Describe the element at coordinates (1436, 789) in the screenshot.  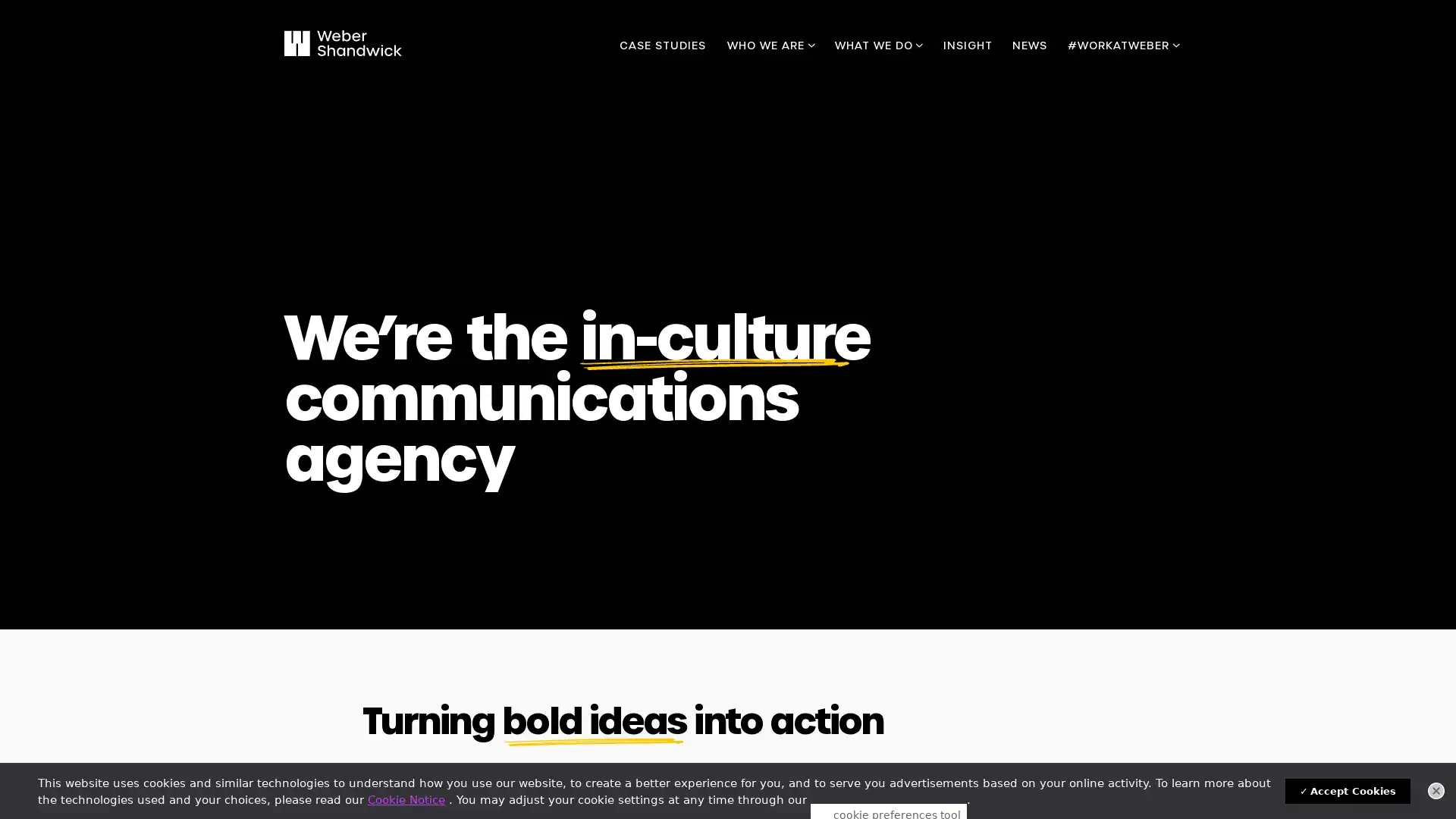
I see `Close` at that location.